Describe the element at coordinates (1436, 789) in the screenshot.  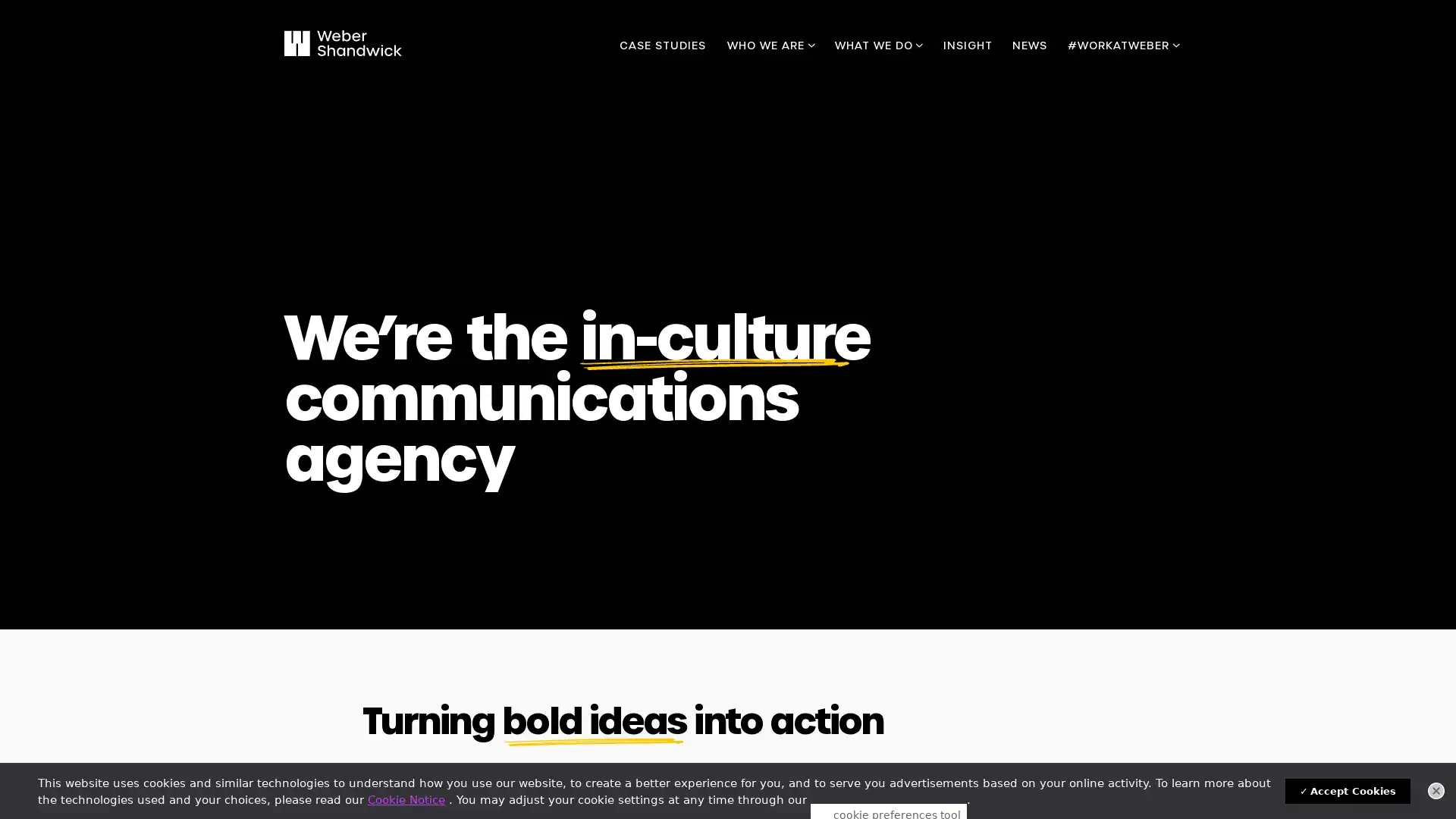
I see `Close` at that location.